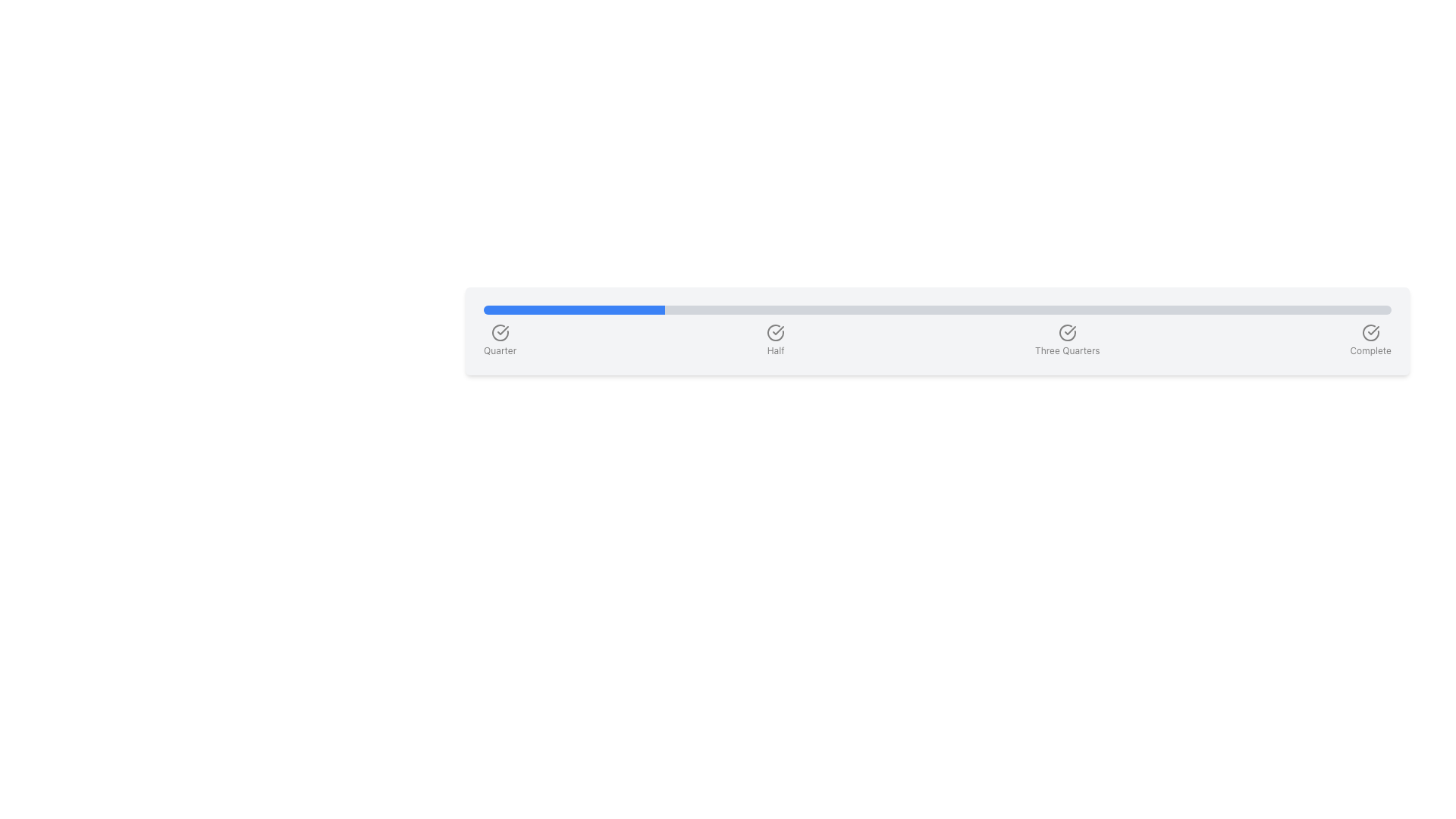 The width and height of the screenshot is (1456, 819). Describe the element at coordinates (1066, 332) in the screenshot. I see `the left arc of the SVG icon representing the 'Three Quarters' stage in the progress tracker, which is a non-interactive visual component` at that location.